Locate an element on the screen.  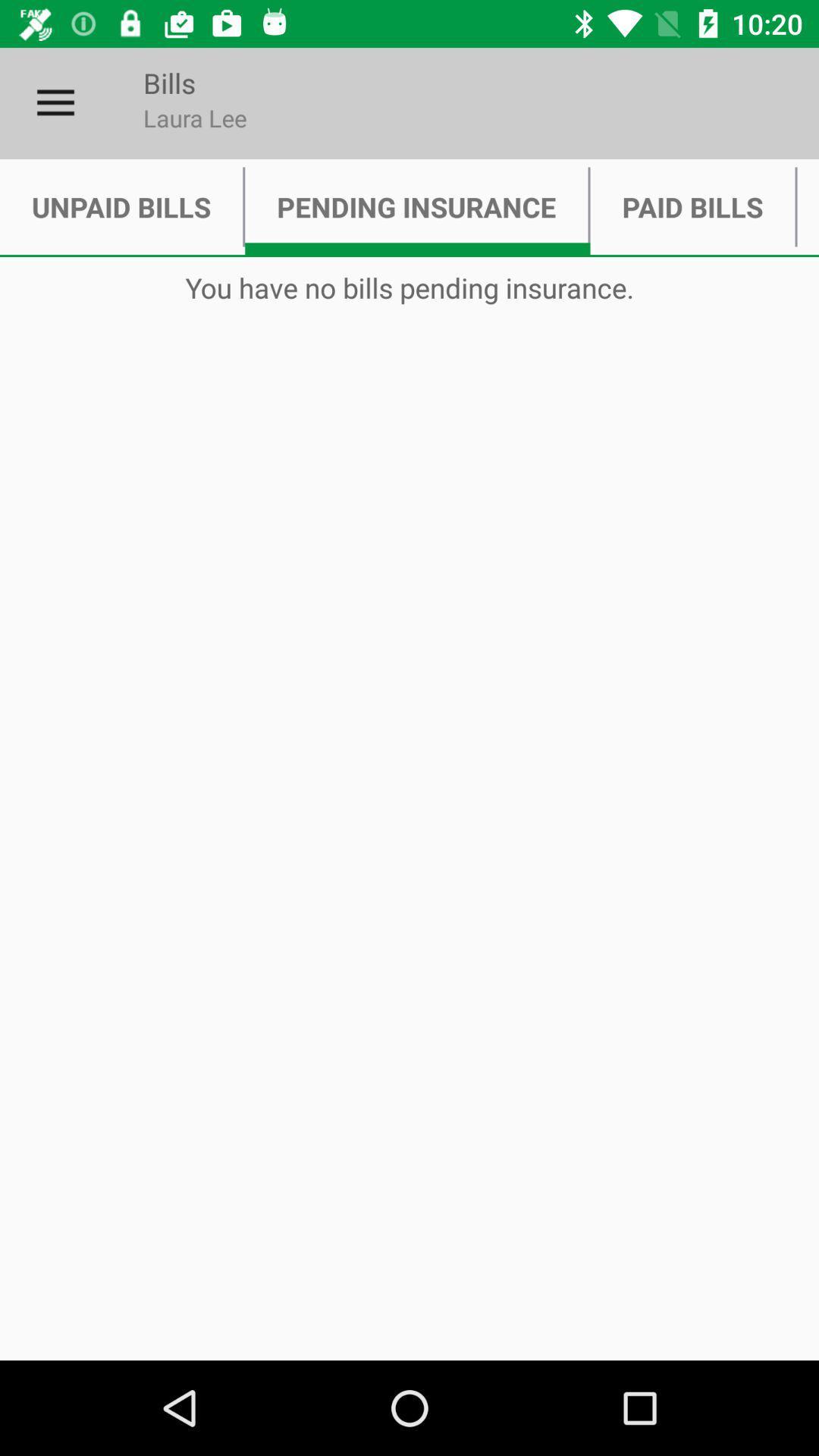
icon next to bills icon is located at coordinates (55, 102).